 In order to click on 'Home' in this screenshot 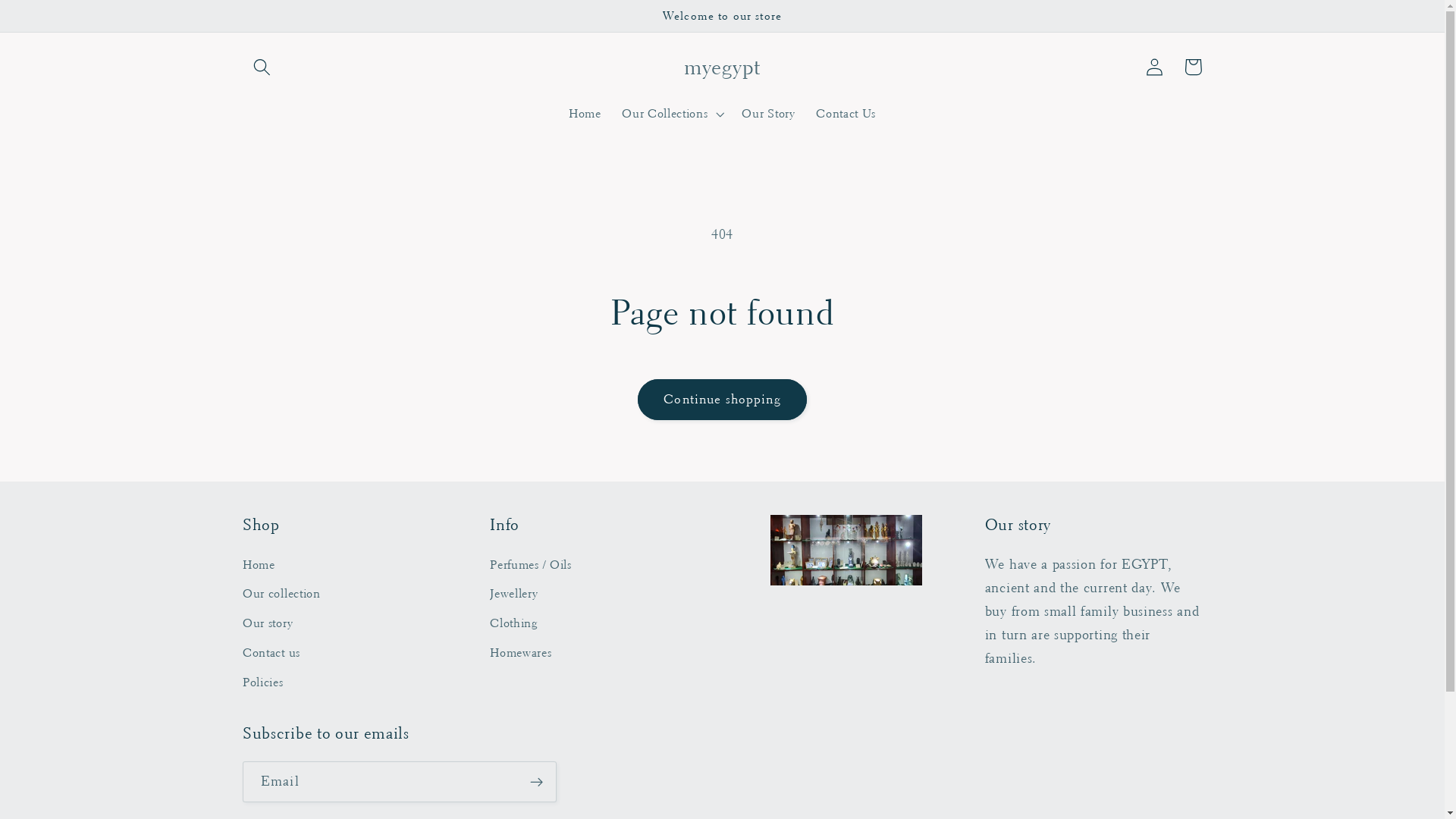, I will do `click(259, 567)`.